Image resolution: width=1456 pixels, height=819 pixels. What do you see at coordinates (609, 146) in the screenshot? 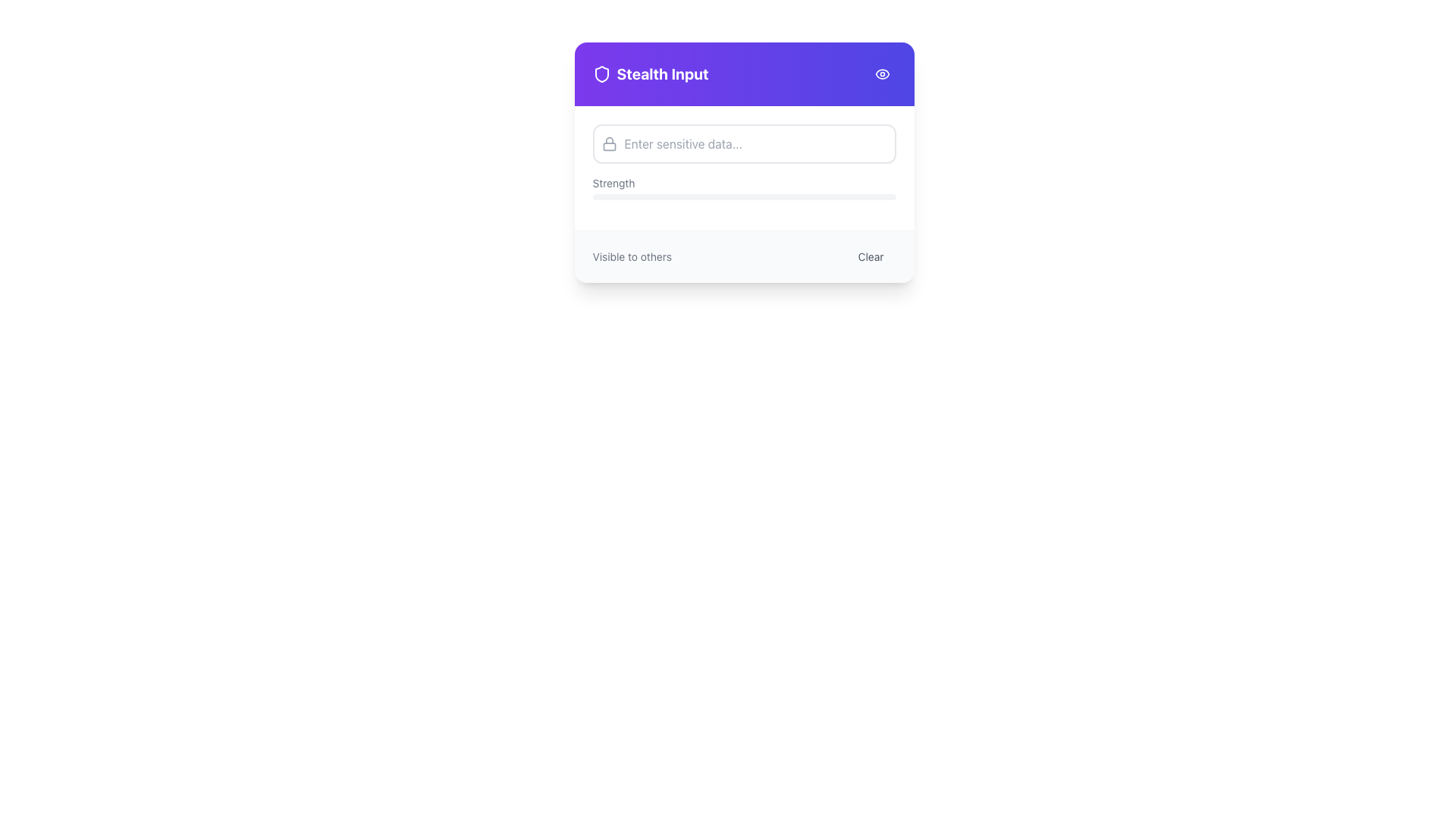
I see `the lock icon component which resembles a lock's shackle and is positioned to the left of the placeholder text 'Enter sensitive data...' inside the input field` at bounding box center [609, 146].